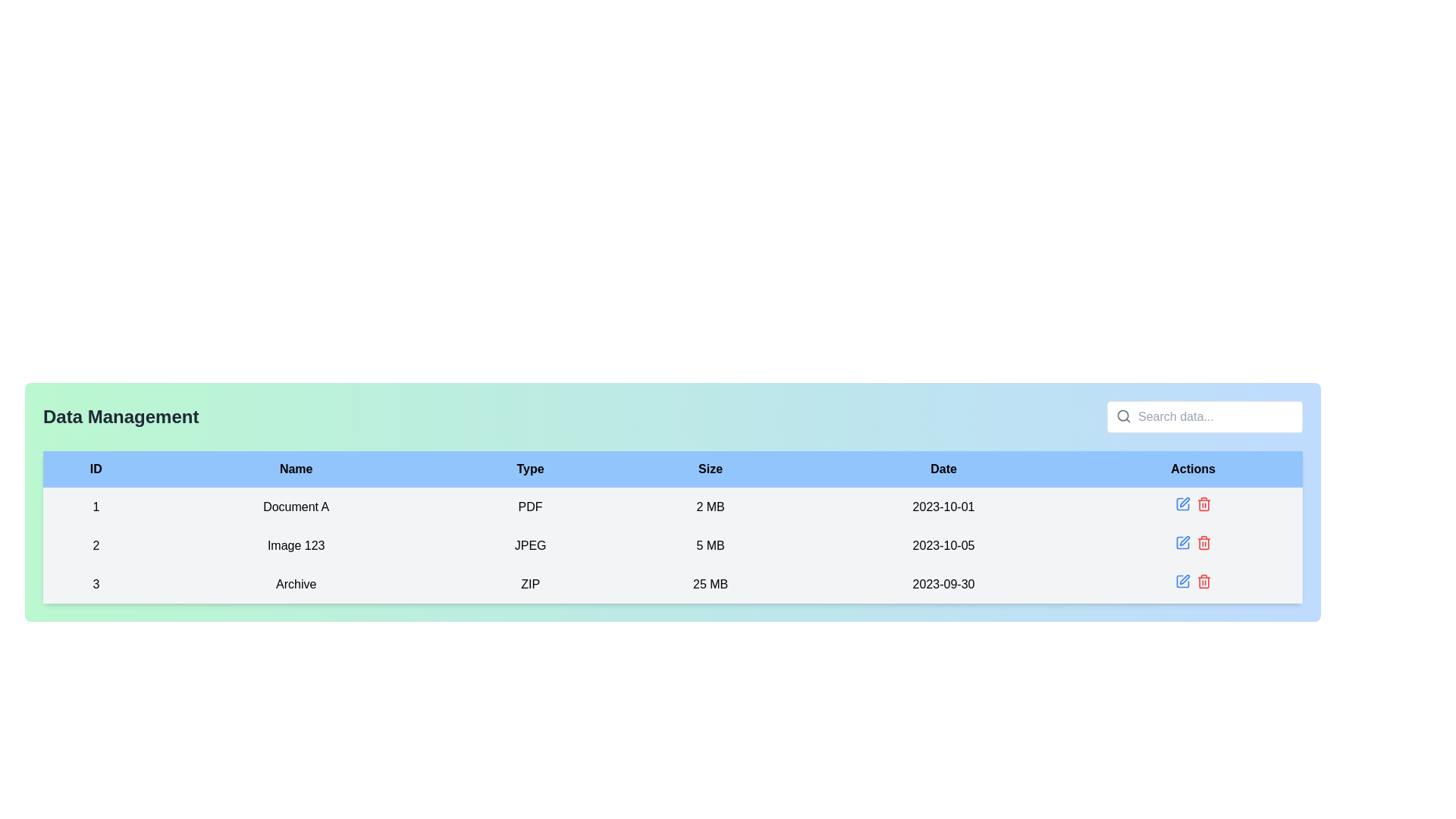 This screenshot has width=1456, height=819. Describe the element at coordinates (943, 583) in the screenshot. I see `the Text display that shows the date for the third row entry in the data table, which is located in the 'Date' column and aligns with 'Archive' under 'Name' and '25 MB' under 'Size'` at that location.